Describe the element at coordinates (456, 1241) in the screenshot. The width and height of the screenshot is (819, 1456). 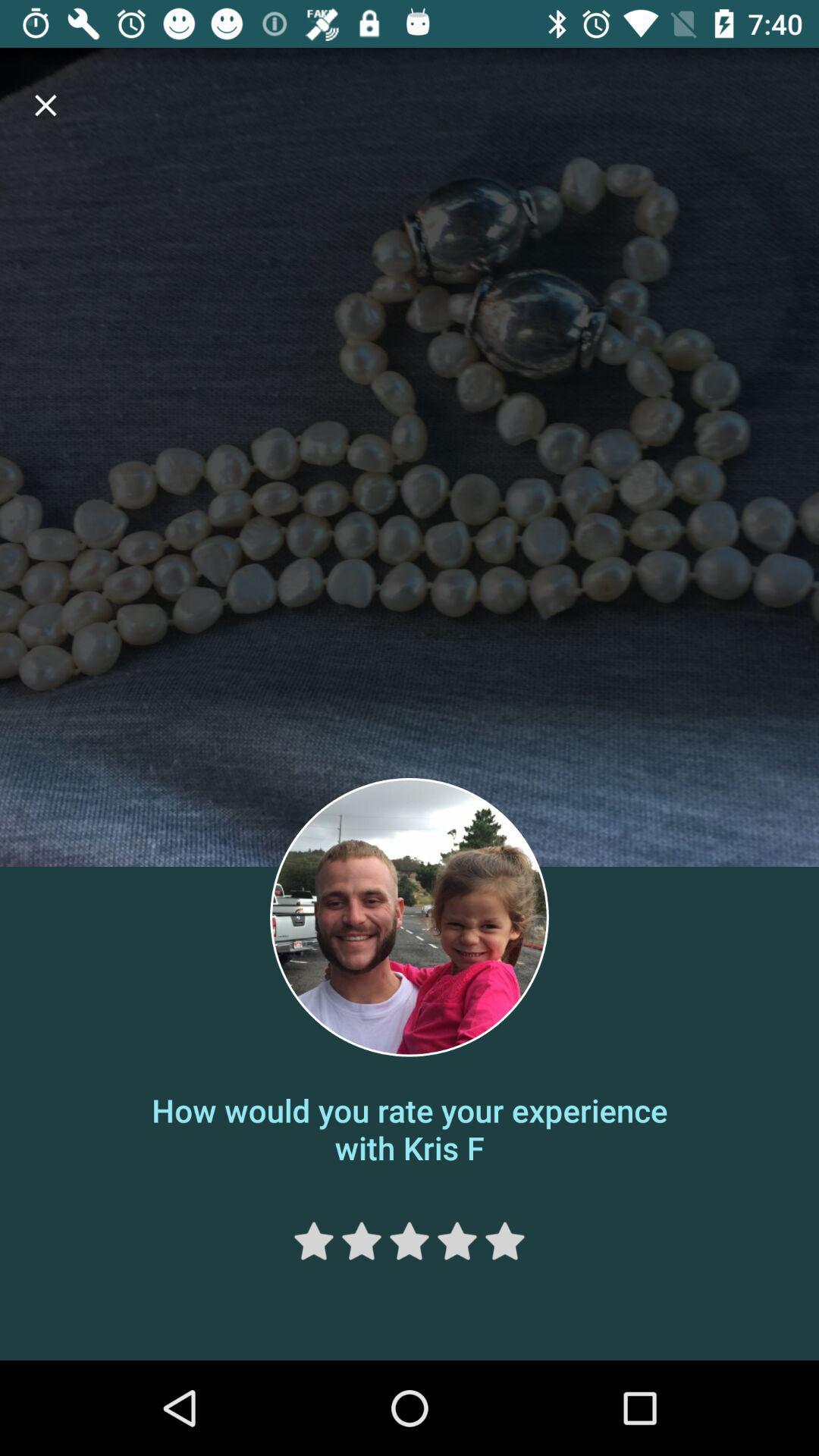
I see `rate 4 stars` at that location.